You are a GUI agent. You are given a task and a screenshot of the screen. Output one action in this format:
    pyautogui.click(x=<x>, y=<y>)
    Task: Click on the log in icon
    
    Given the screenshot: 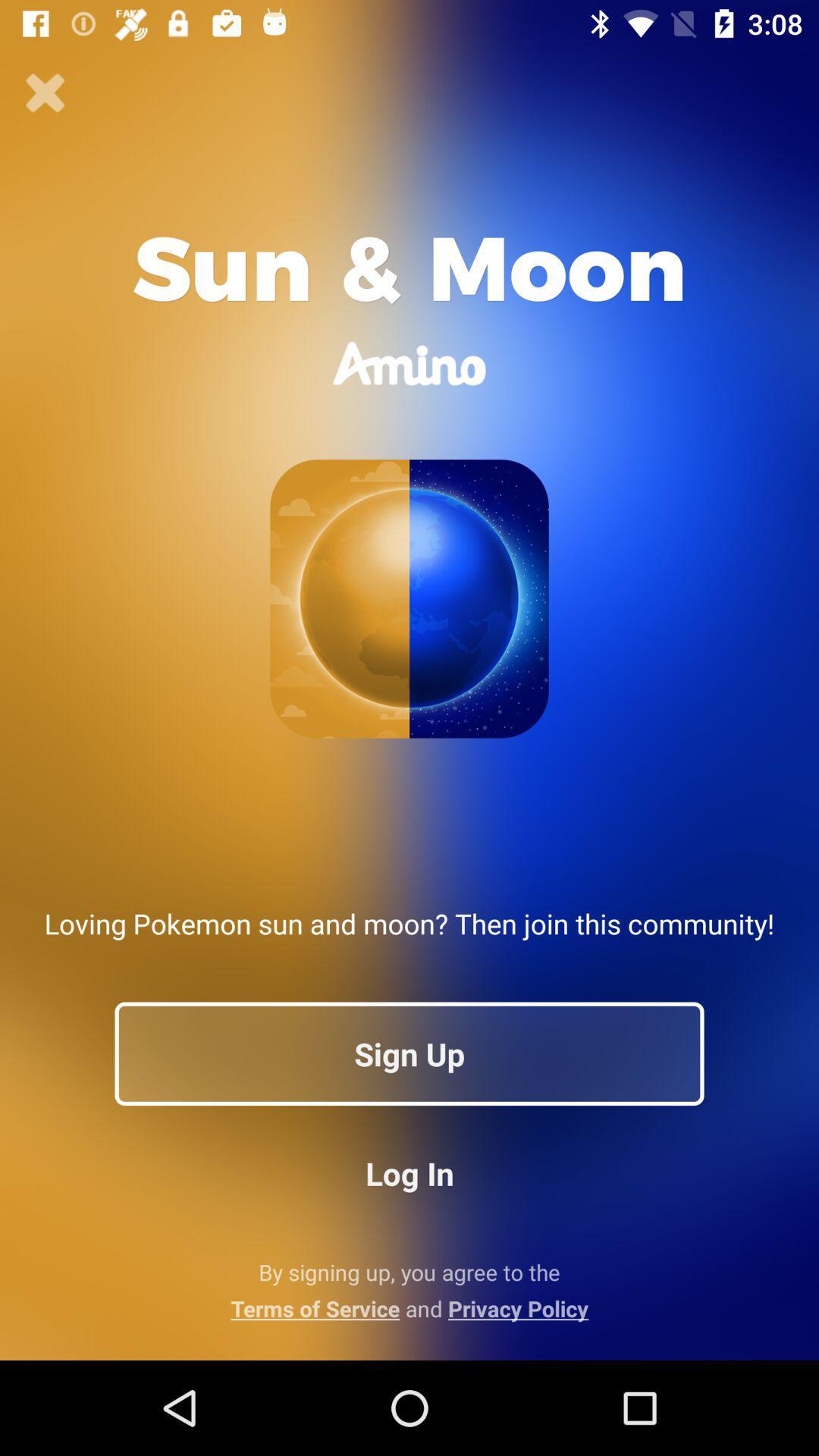 What is the action you would take?
    pyautogui.click(x=409, y=1172)
    